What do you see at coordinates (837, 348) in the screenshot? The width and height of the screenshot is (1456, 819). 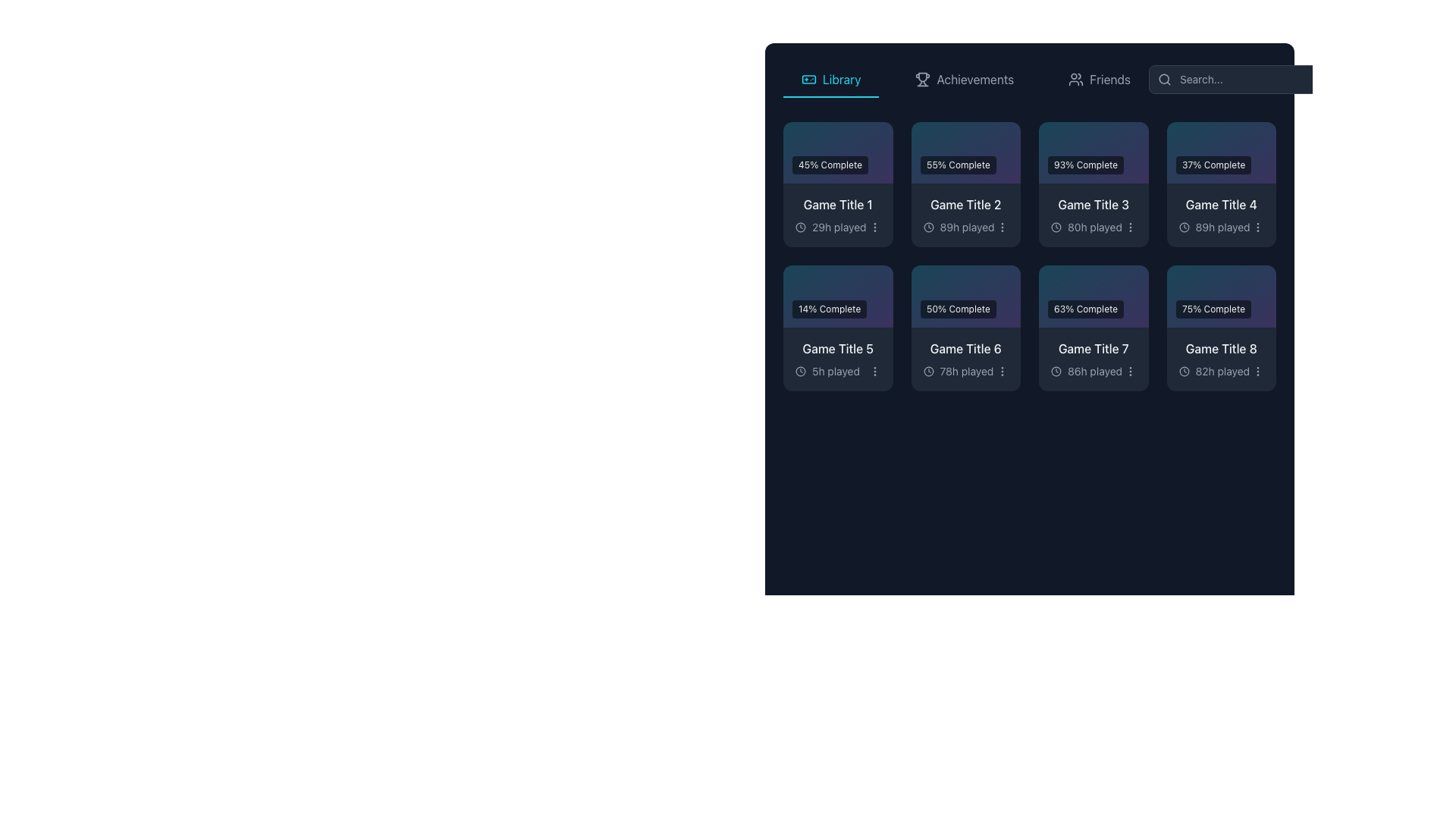 I see `the title text label of the game card located in the second row and first column of the grid` at bounding box center [837, 348].